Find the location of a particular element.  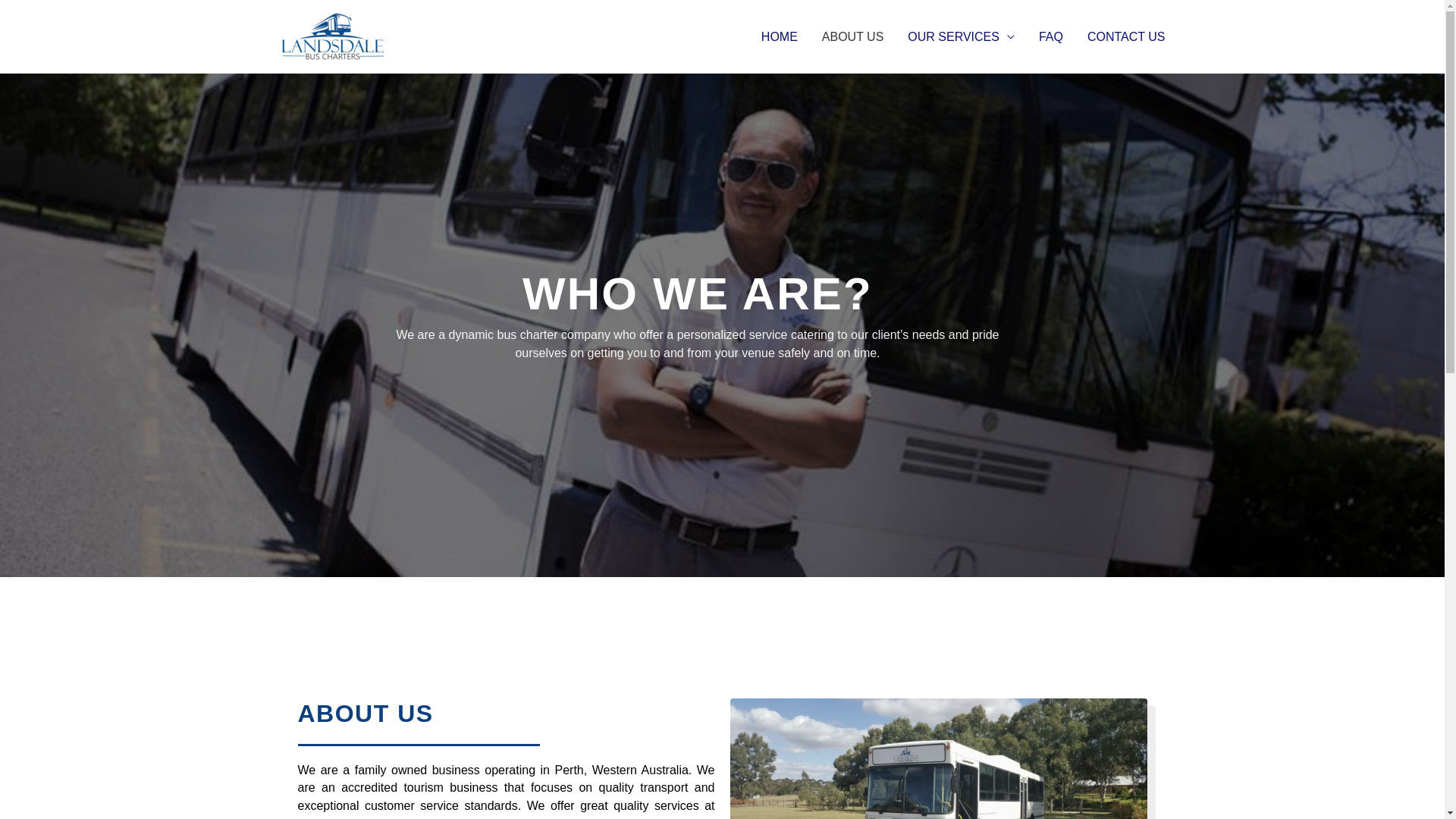

'ABOUT US' is located at coordinates (852, 35).